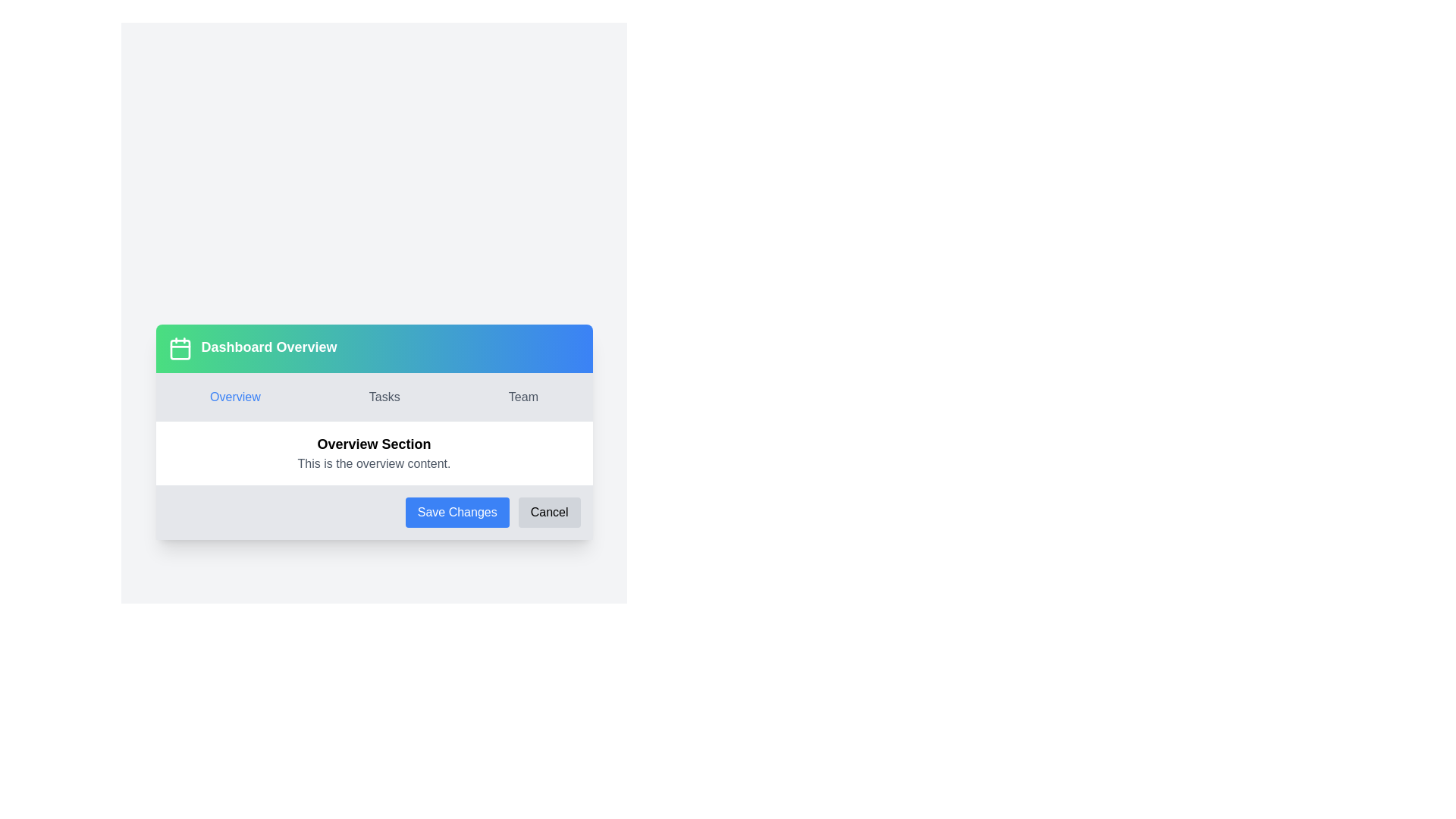 This screenshot has height=819, width=1456. Describe the element at coordinates (384, 397) in the screenshot. I see `the 'Tasks' clickable text link in the horizontal navigation menu` at that location.